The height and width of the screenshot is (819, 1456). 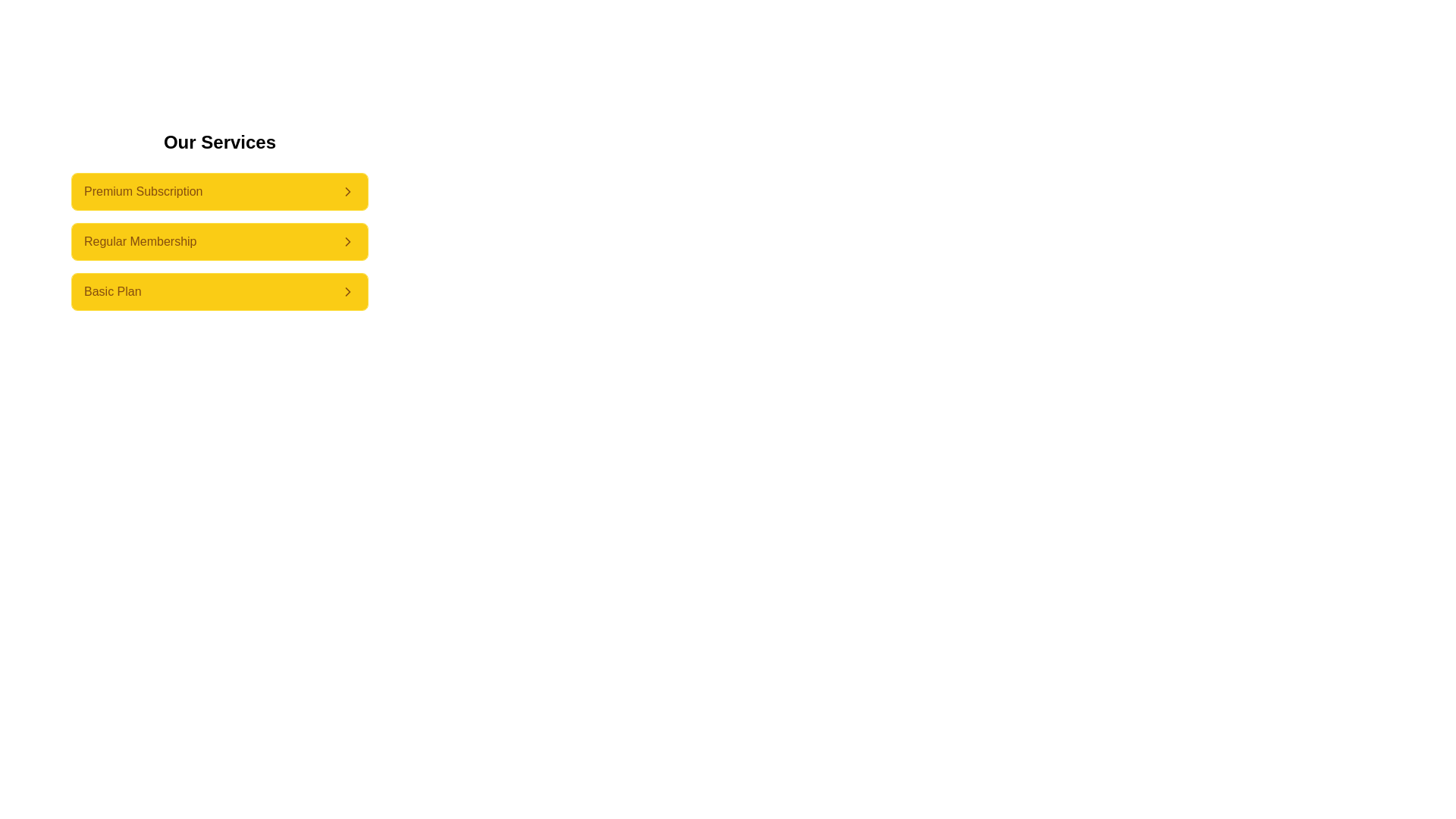 What do you see at coordinates (143, 191) in the screenshot?
I see `the 'Premium Subscription' text label which indicates the function of the associated button in the 'Our Services' section` at bounding box center [143, 191].